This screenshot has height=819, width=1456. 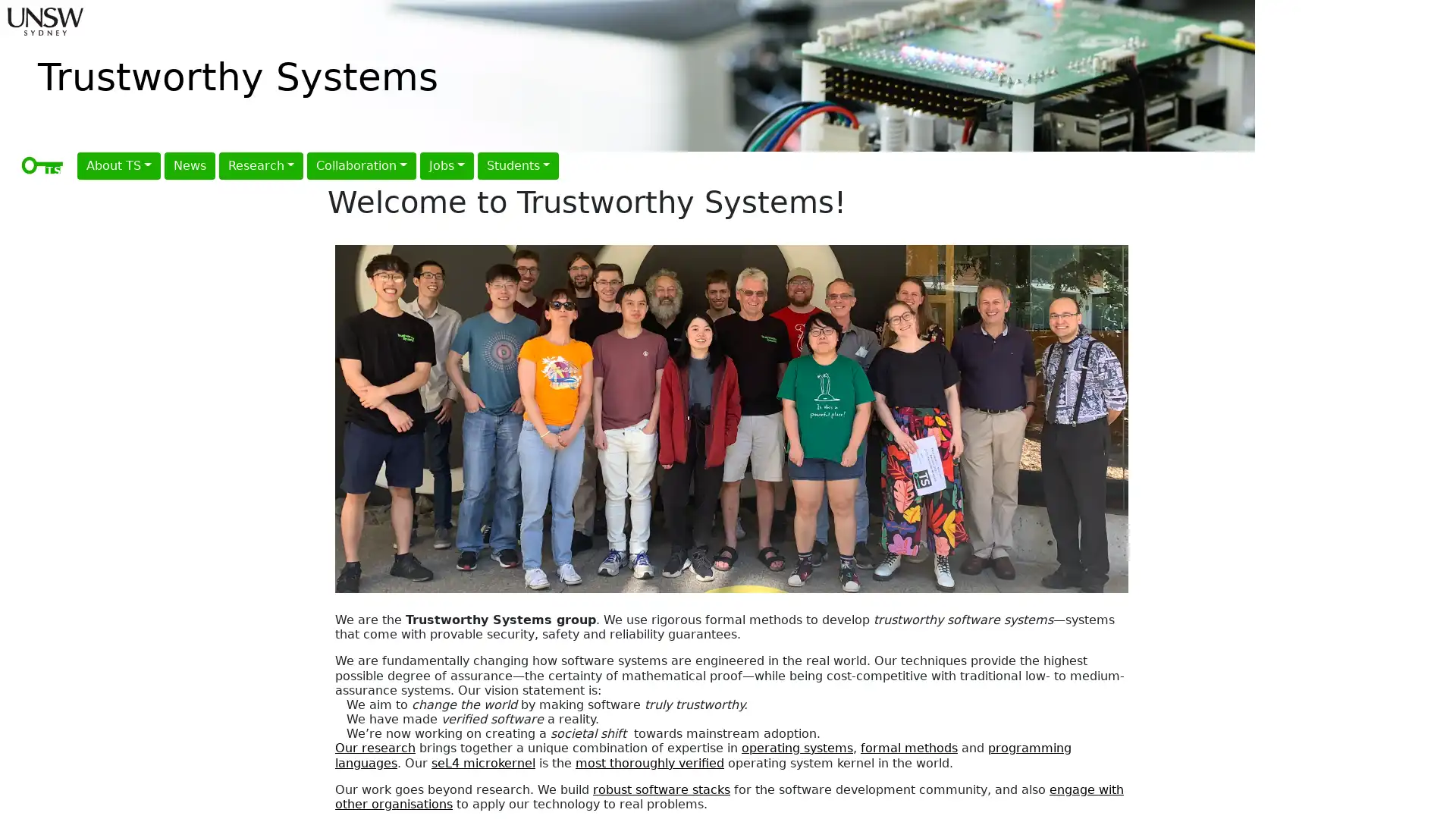 I want to click on Jobs, so click(x=446, y=165).